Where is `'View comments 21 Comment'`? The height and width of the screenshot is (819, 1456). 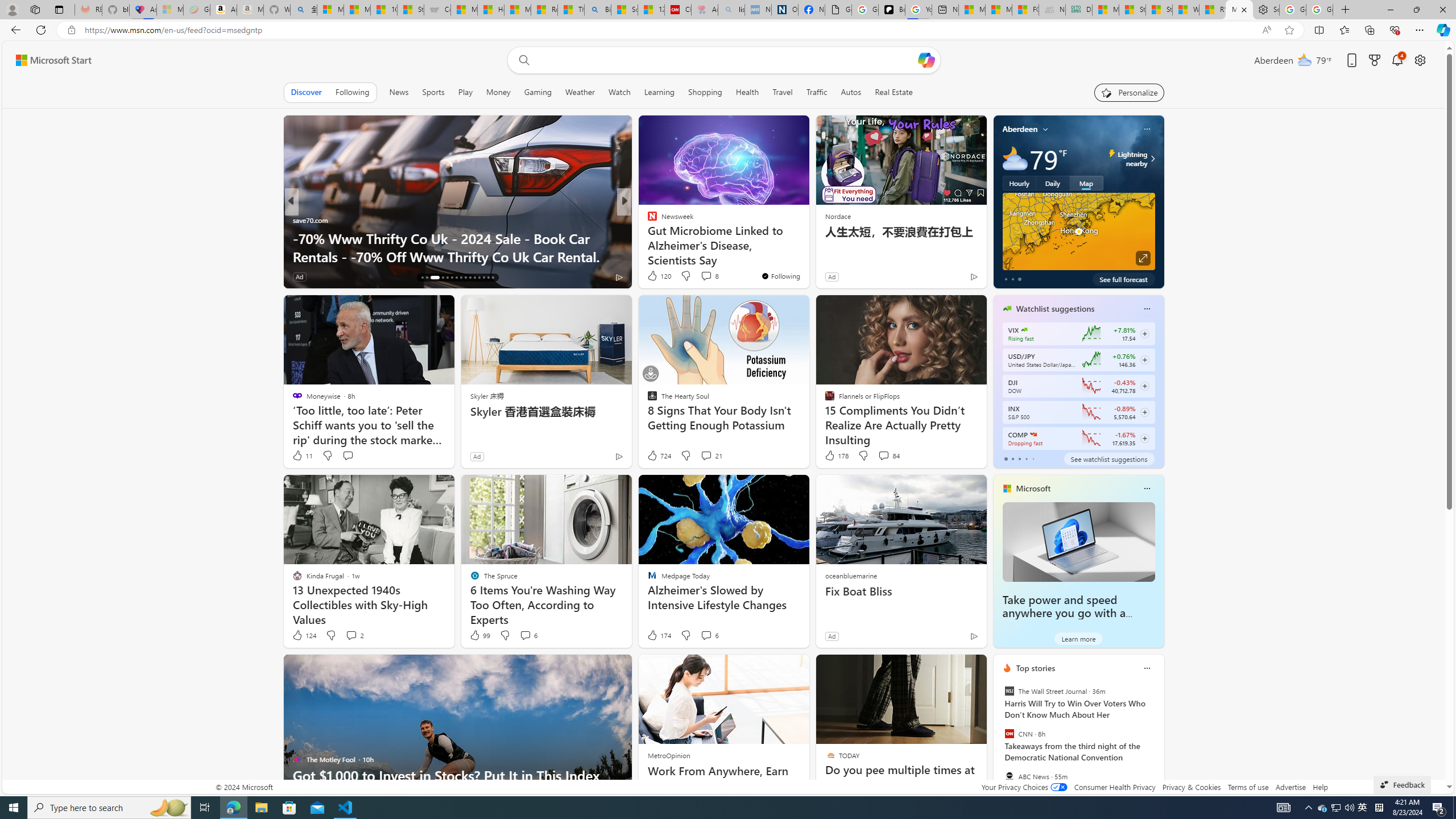 'View comments 21 Comment' is located at coordinates (705, 455).